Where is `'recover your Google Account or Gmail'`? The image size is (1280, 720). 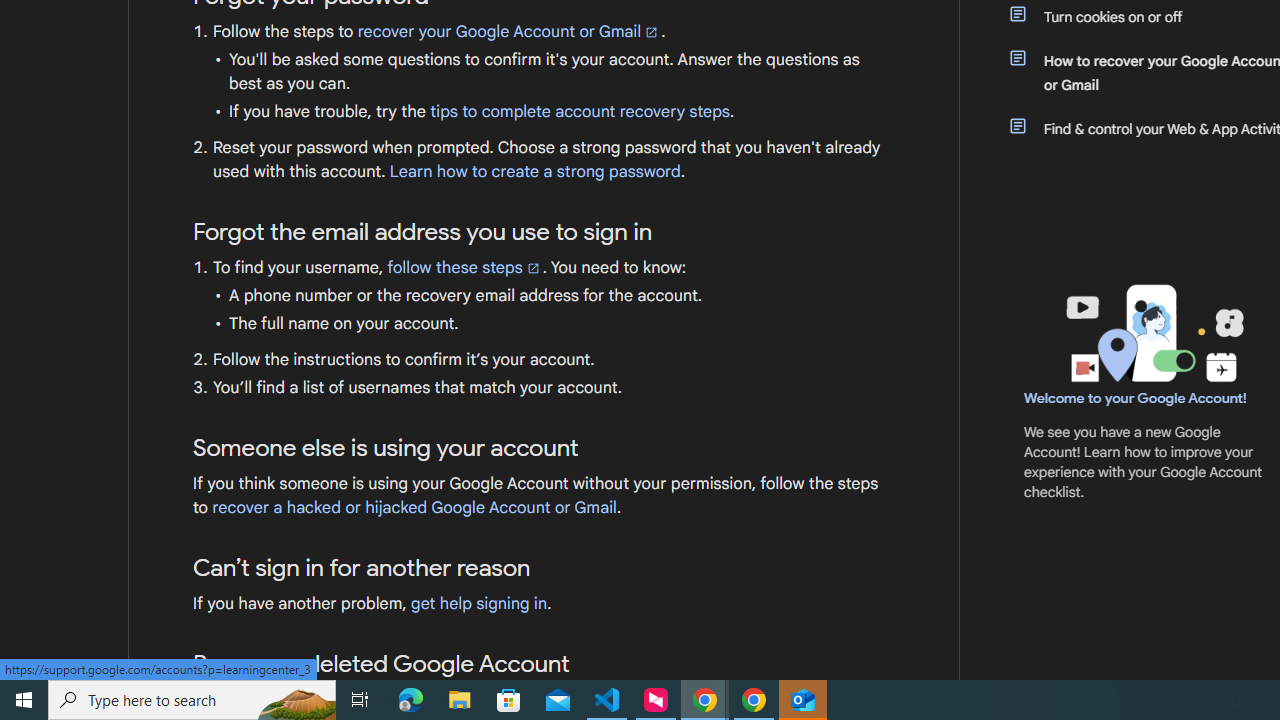
'recover your Google Account or Gmail' is located at coordinates (509, 32).